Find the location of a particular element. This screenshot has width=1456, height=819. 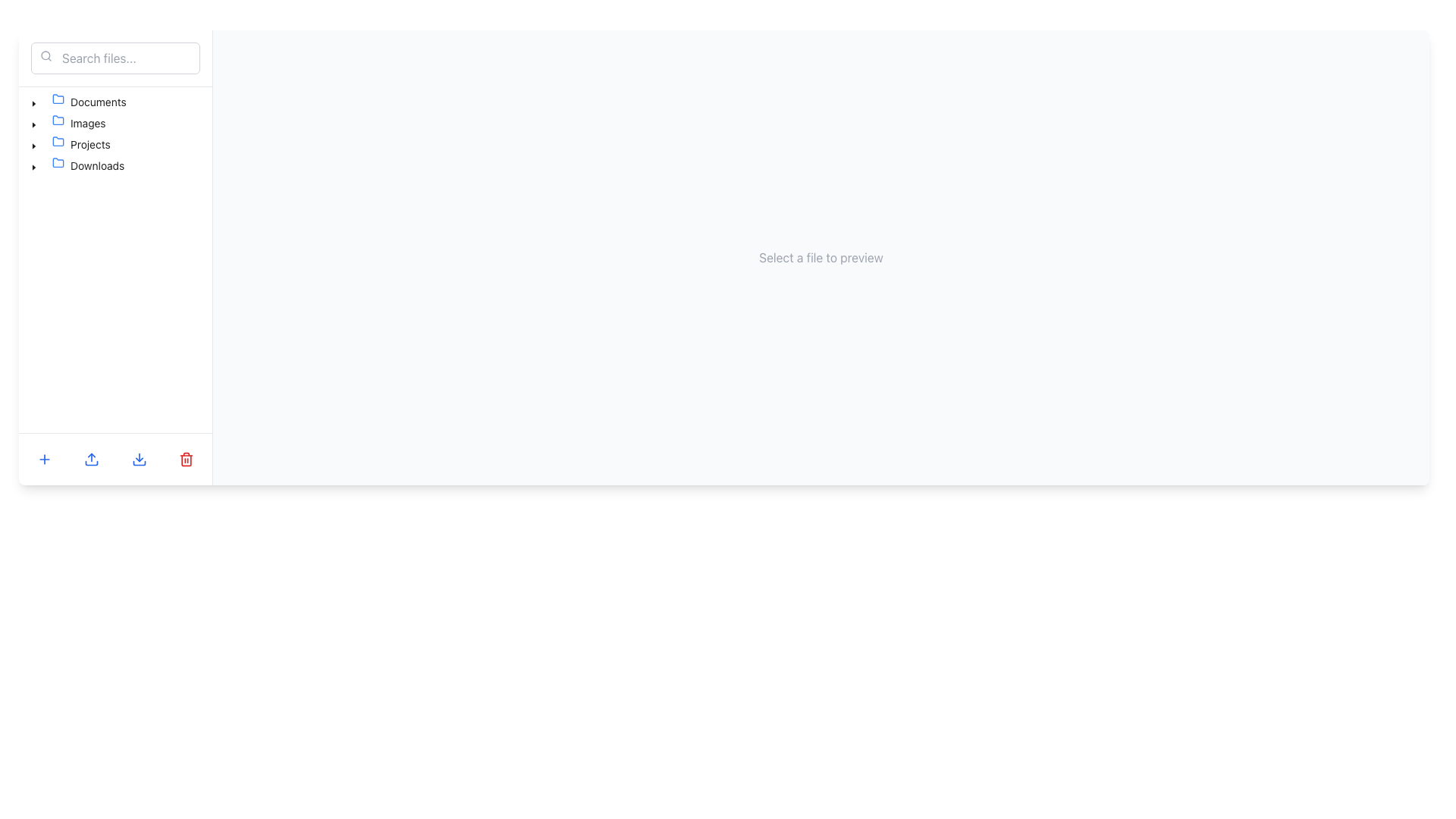

the Toggle icon next to the 'Projects' label is located at coordinates (33, 145).